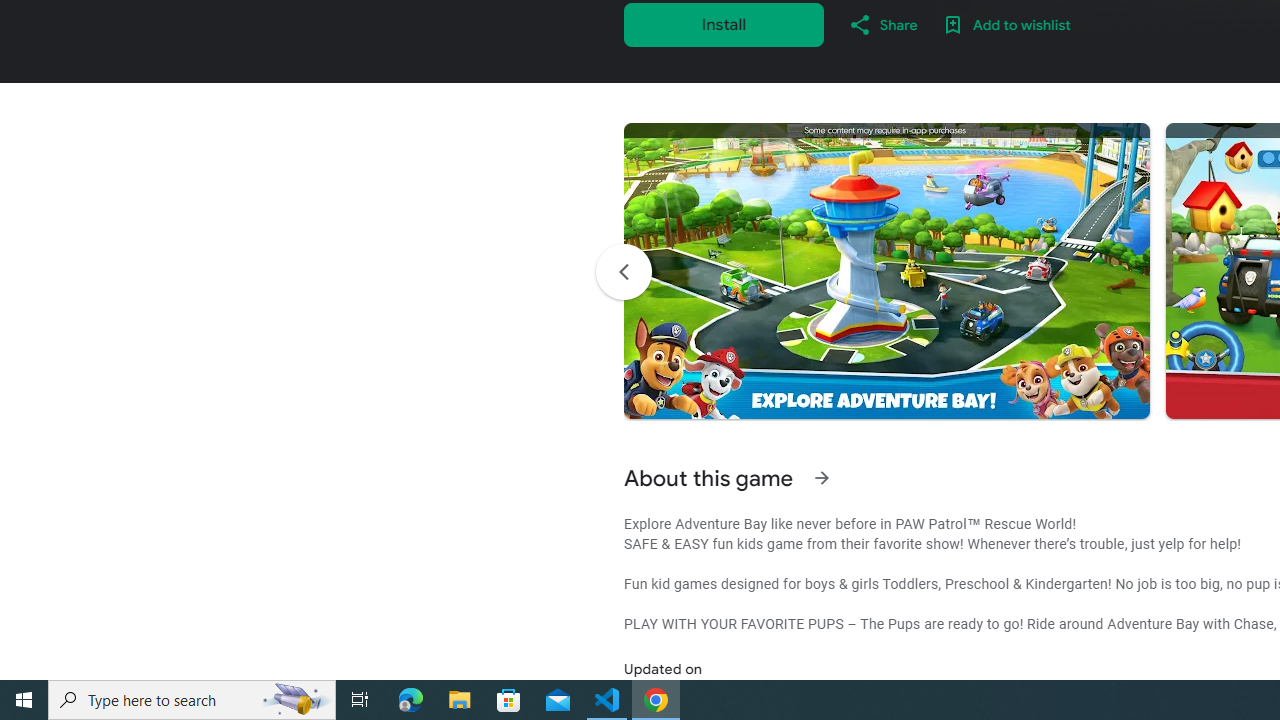 The width and height of the screenshot is (1280, 720). Describe the element at coordinates (622, 272) in the screenshot. I see `'Scroll Previous'` at that location.